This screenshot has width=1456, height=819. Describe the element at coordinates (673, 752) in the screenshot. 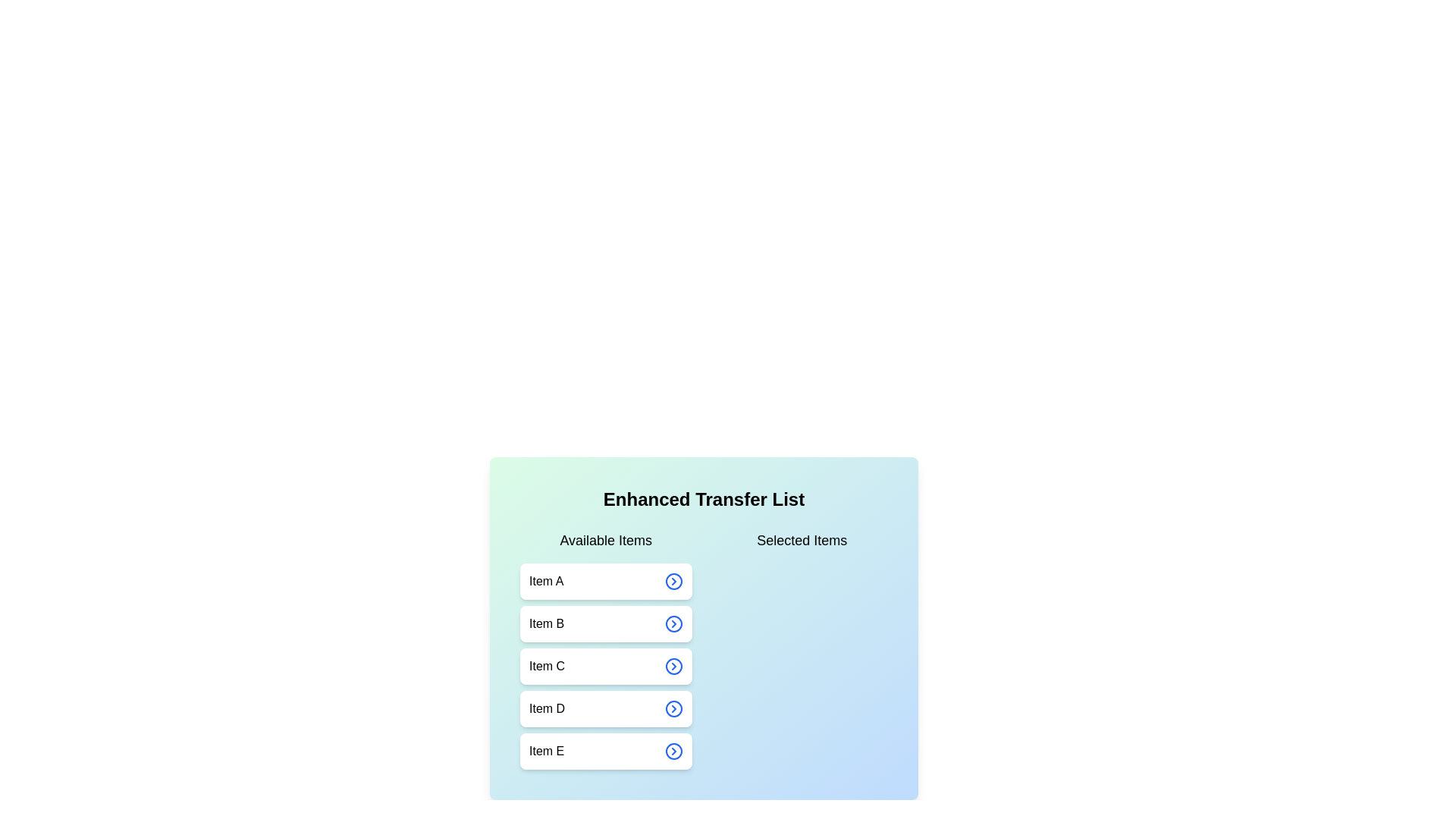

I see `arrow button next to Item E in the available list to transfer it to the selected list` at that location.